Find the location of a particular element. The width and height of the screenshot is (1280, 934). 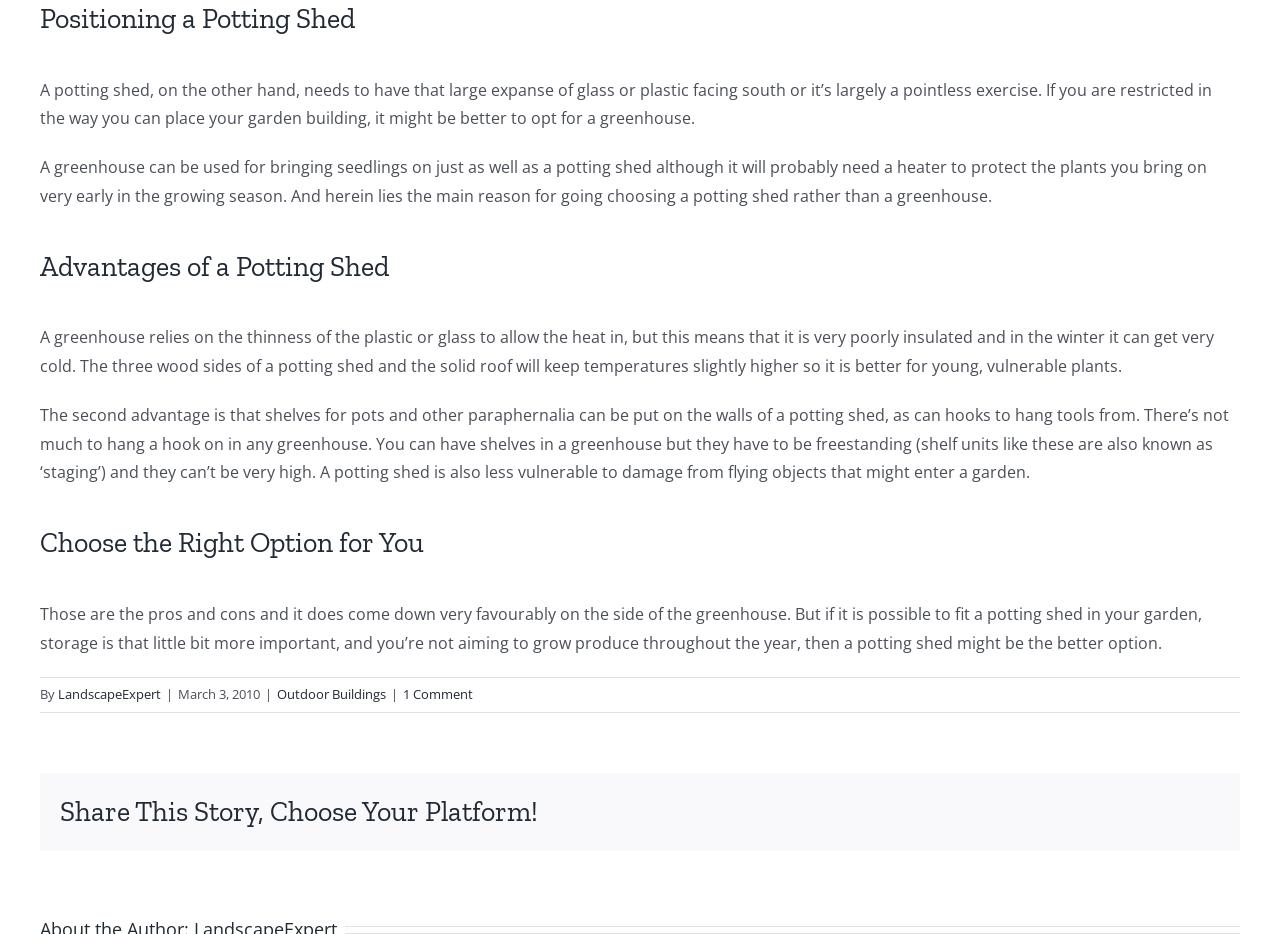

'Outdoor Buildings' is located at coordinates (275, 692).